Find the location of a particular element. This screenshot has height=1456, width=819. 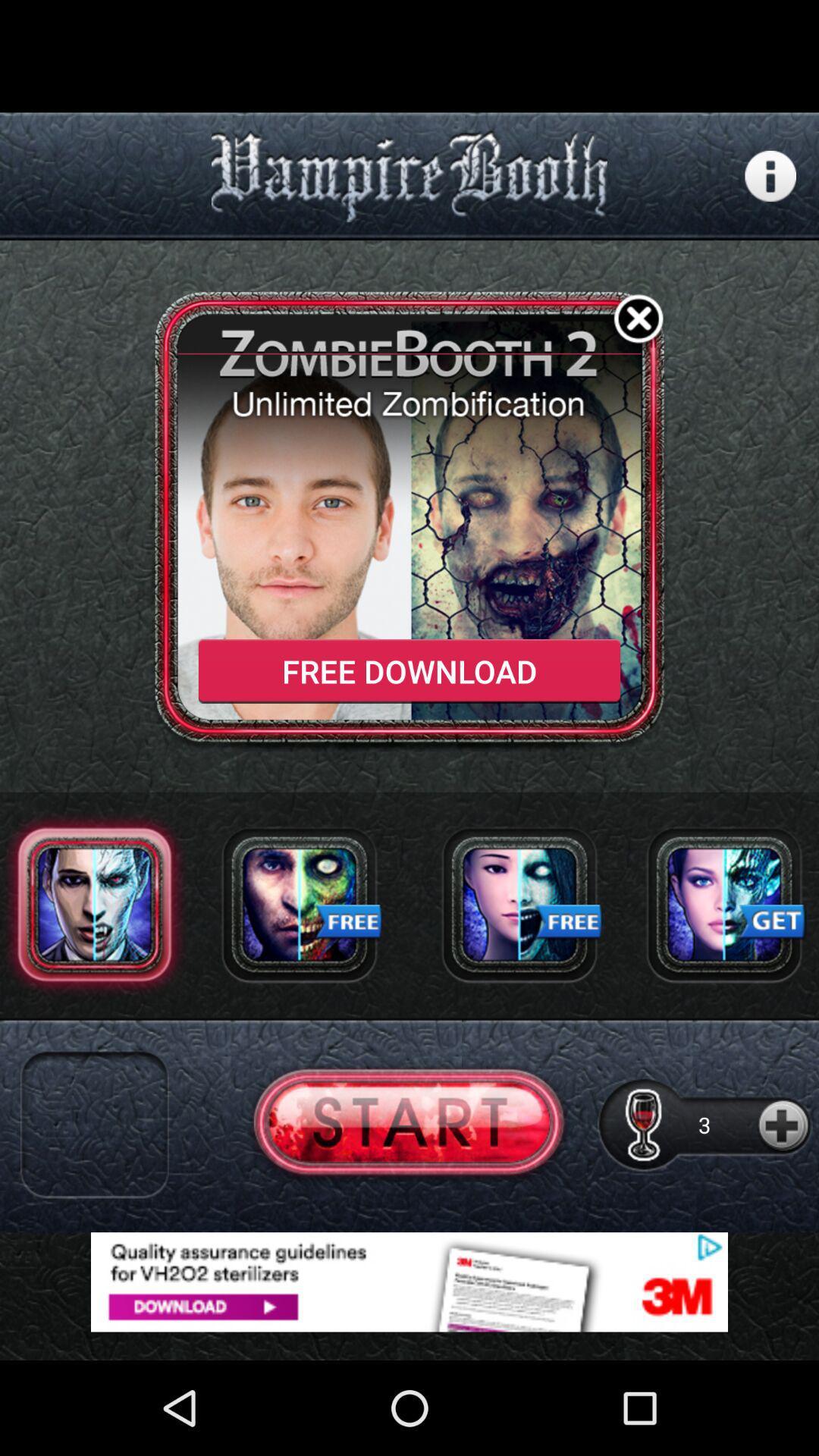

download effect is located at coordinates (519, 904).